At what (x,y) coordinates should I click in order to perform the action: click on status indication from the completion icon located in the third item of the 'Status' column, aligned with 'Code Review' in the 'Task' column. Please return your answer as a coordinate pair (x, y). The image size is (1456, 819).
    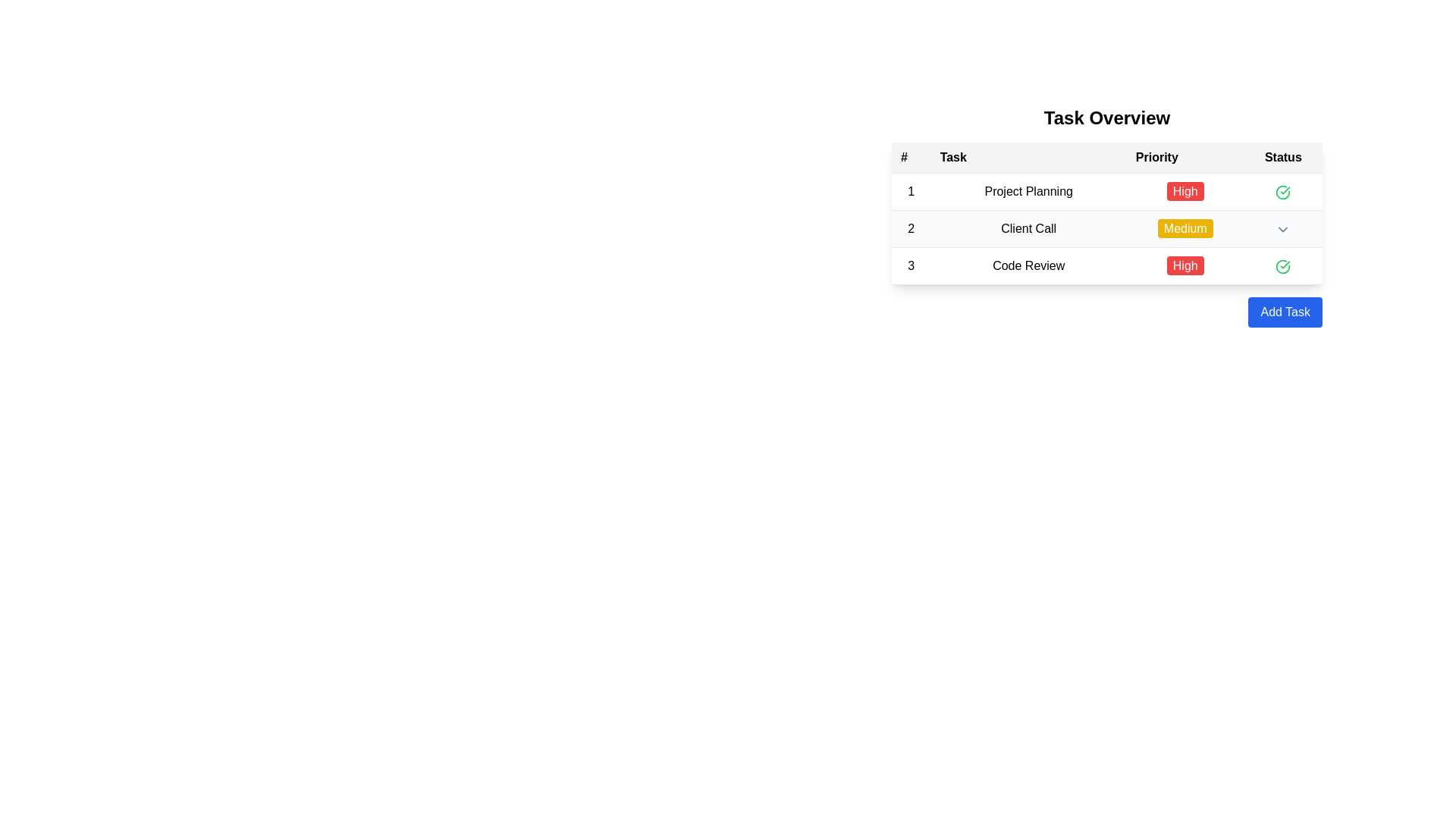
    Looking at the image, I should click on (1282, 191).